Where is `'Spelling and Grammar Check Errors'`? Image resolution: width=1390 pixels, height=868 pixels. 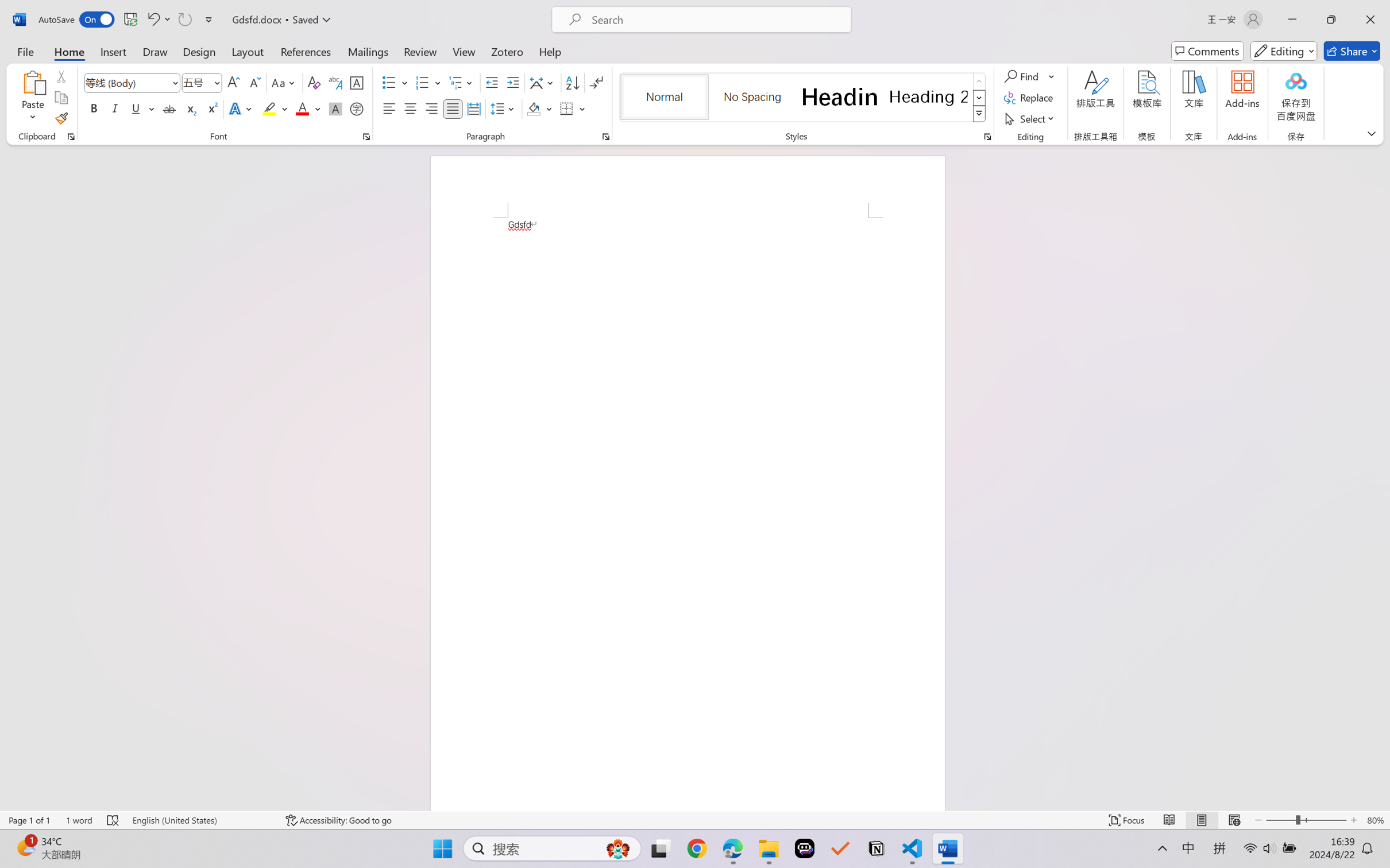 'Spelling and Grammar Check Errors' is located at coordinates (113, 820).